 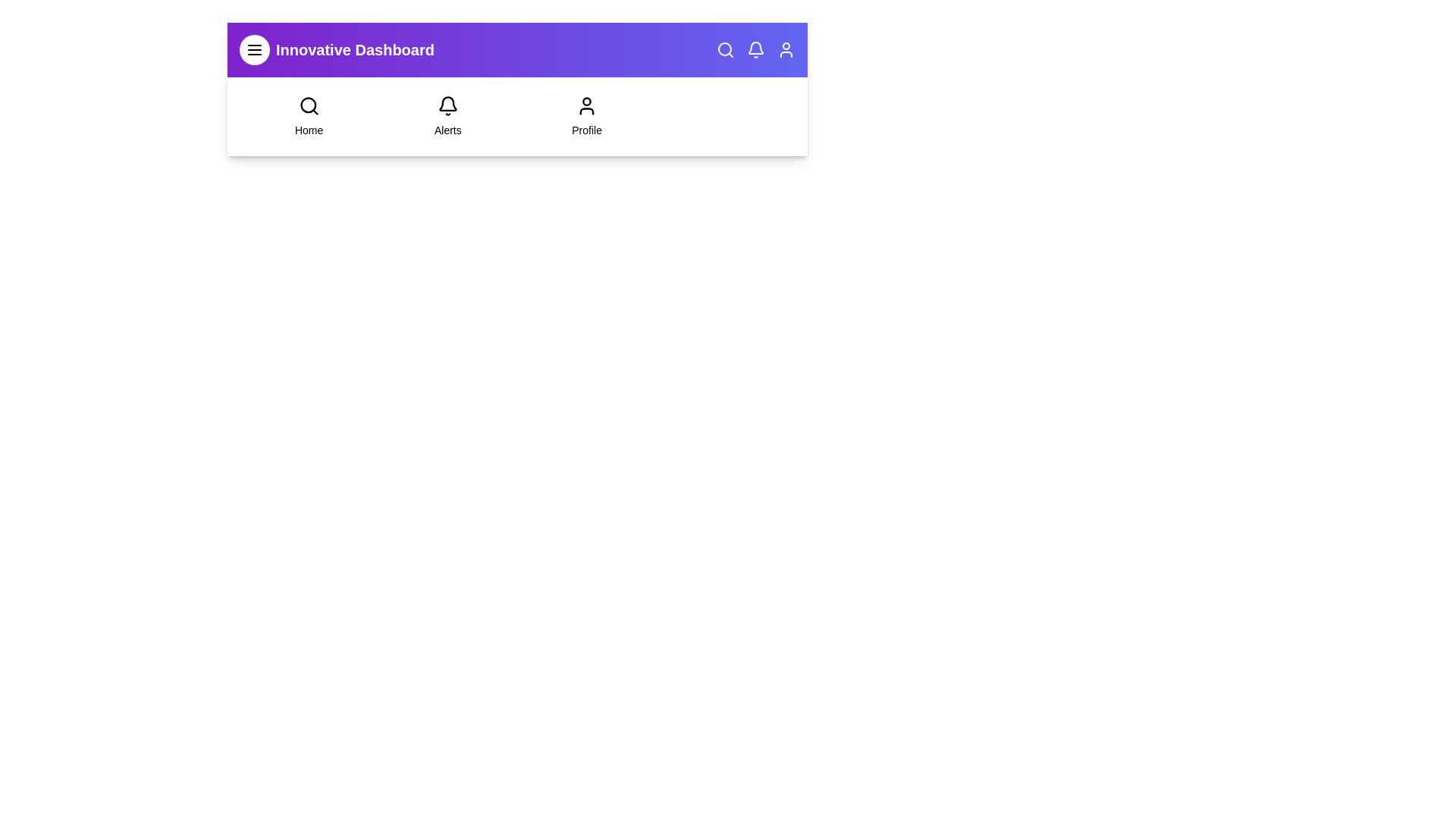 I want to click on the Search icon in the InnovativeAppBar, so click(x=724, y=49).